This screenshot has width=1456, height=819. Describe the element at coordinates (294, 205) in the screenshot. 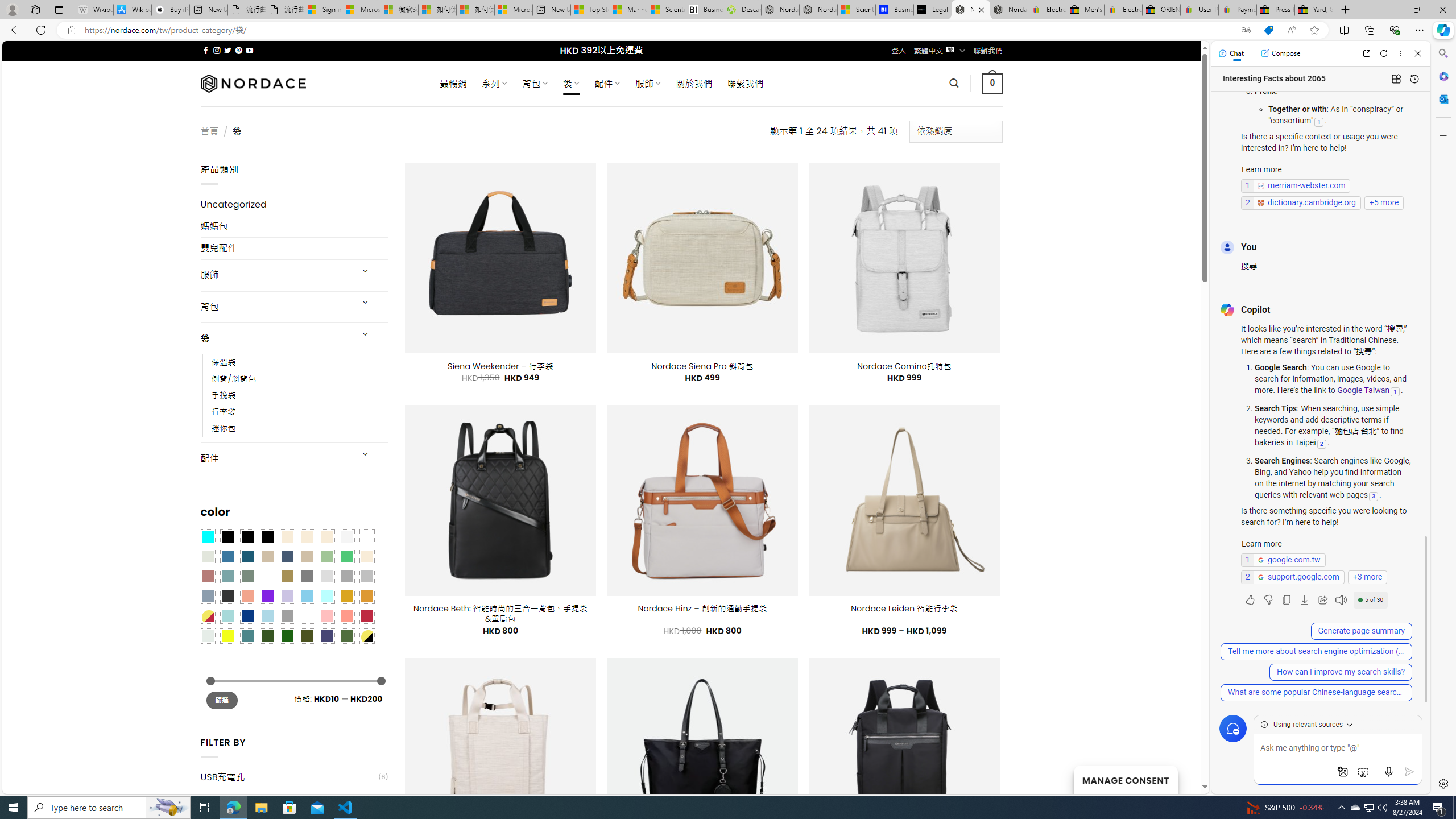

I see `'Uncategorized'` at that location.